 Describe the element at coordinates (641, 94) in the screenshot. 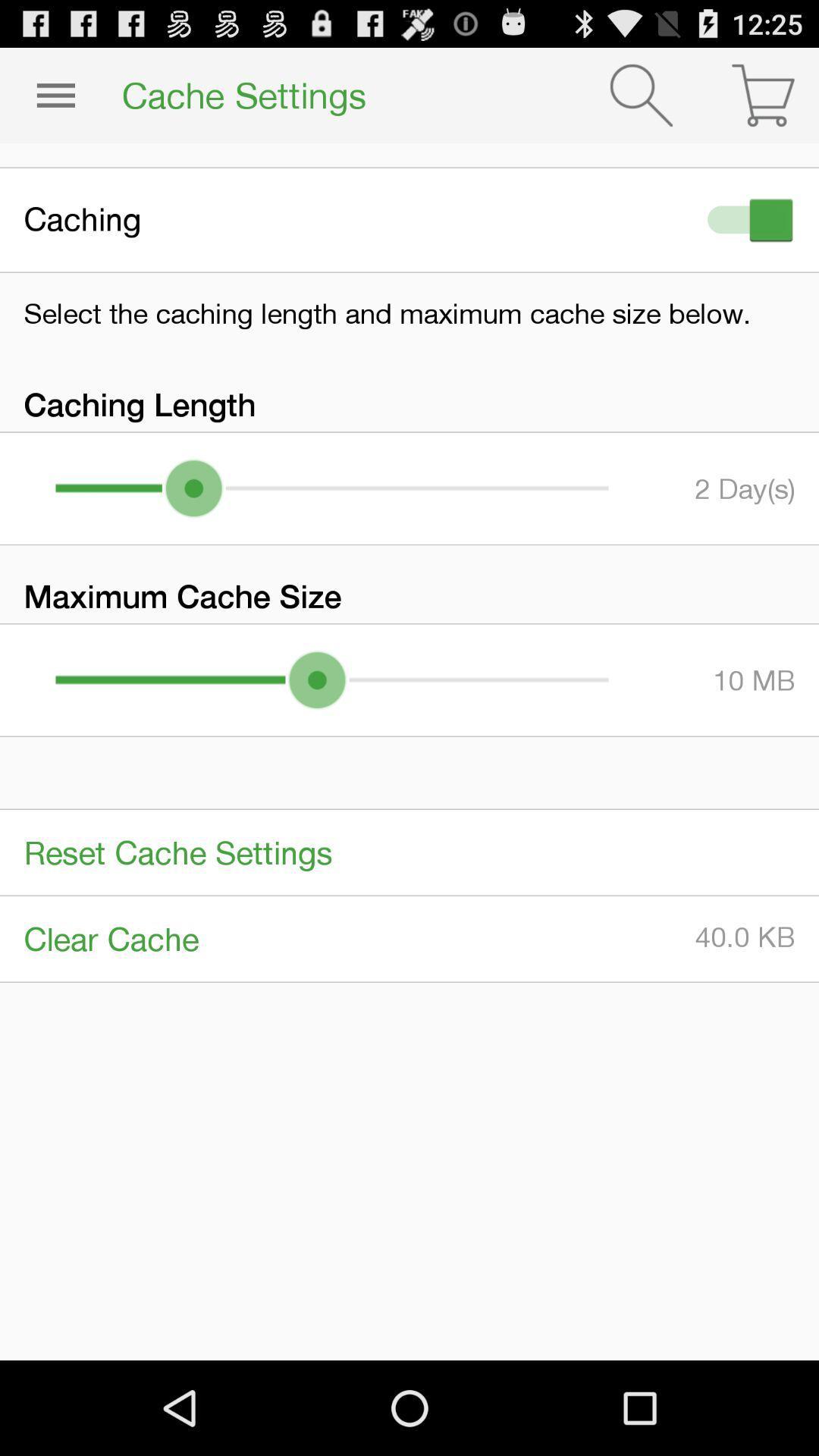

I see `search for something` at that location.